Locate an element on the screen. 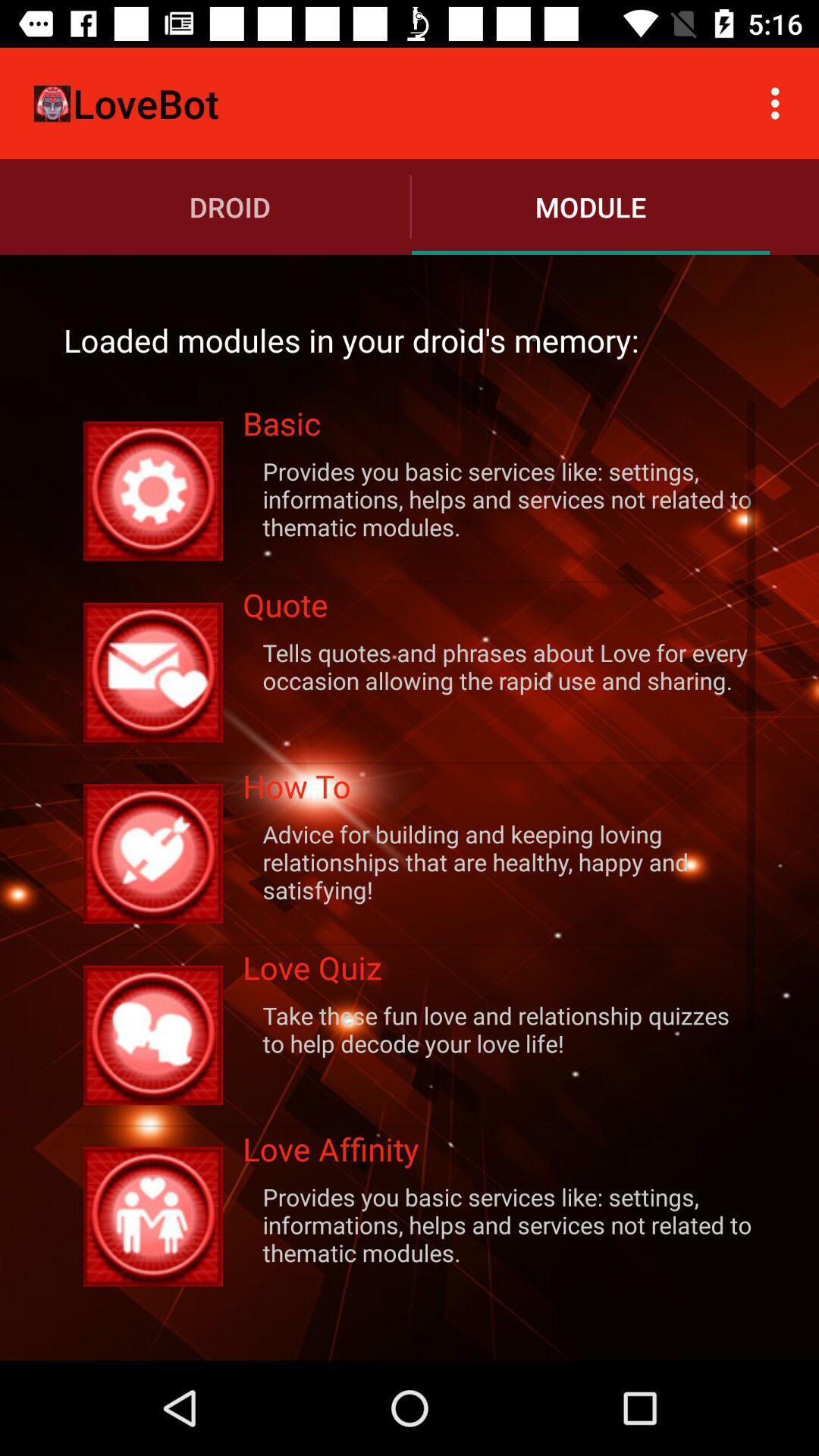  how to icon is located at coordinates (499, 790).